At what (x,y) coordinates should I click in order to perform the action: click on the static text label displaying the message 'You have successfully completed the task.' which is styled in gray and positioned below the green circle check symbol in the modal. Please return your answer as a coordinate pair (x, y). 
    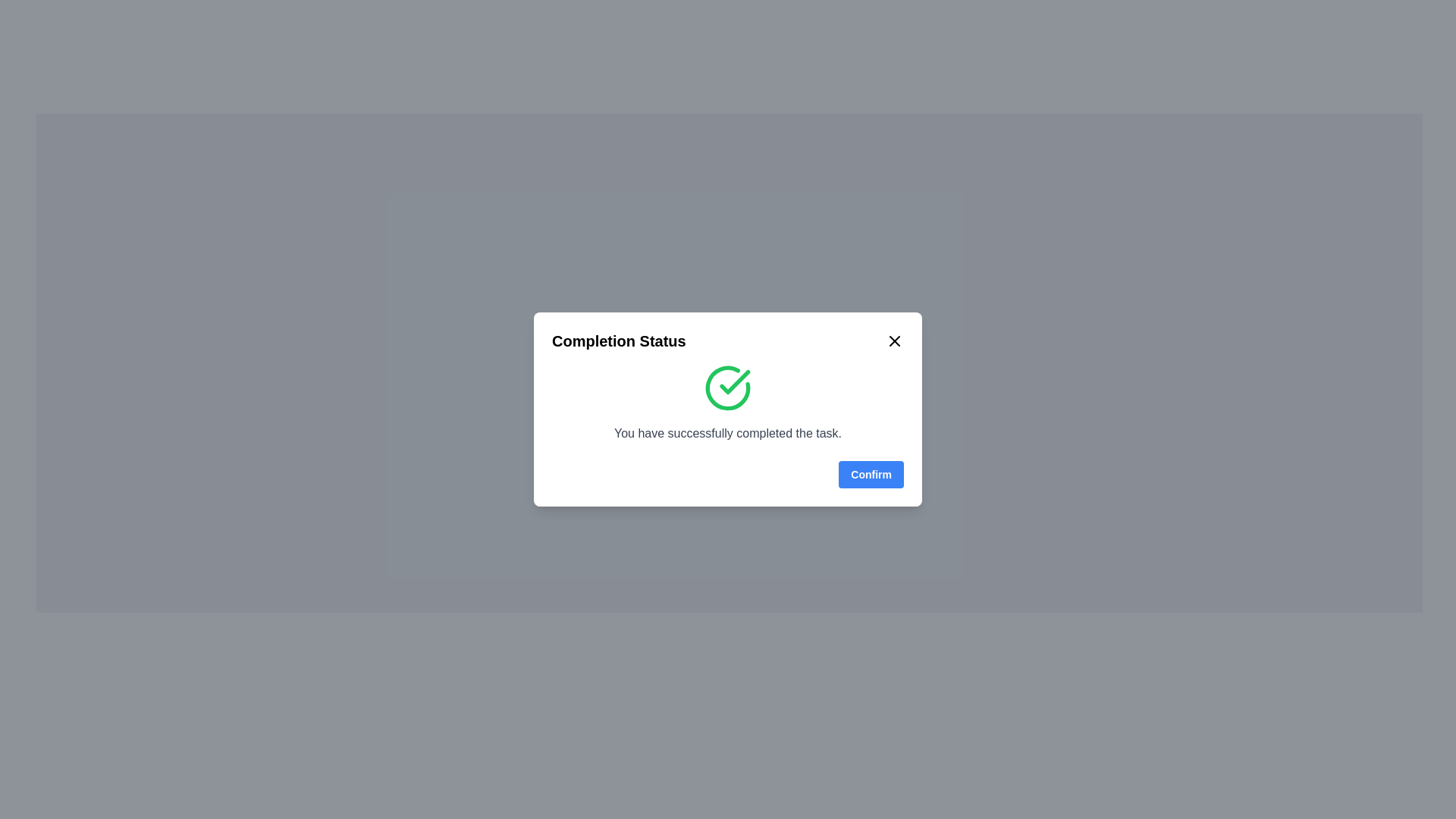
    Looking at the image, I should click on (728, 433).